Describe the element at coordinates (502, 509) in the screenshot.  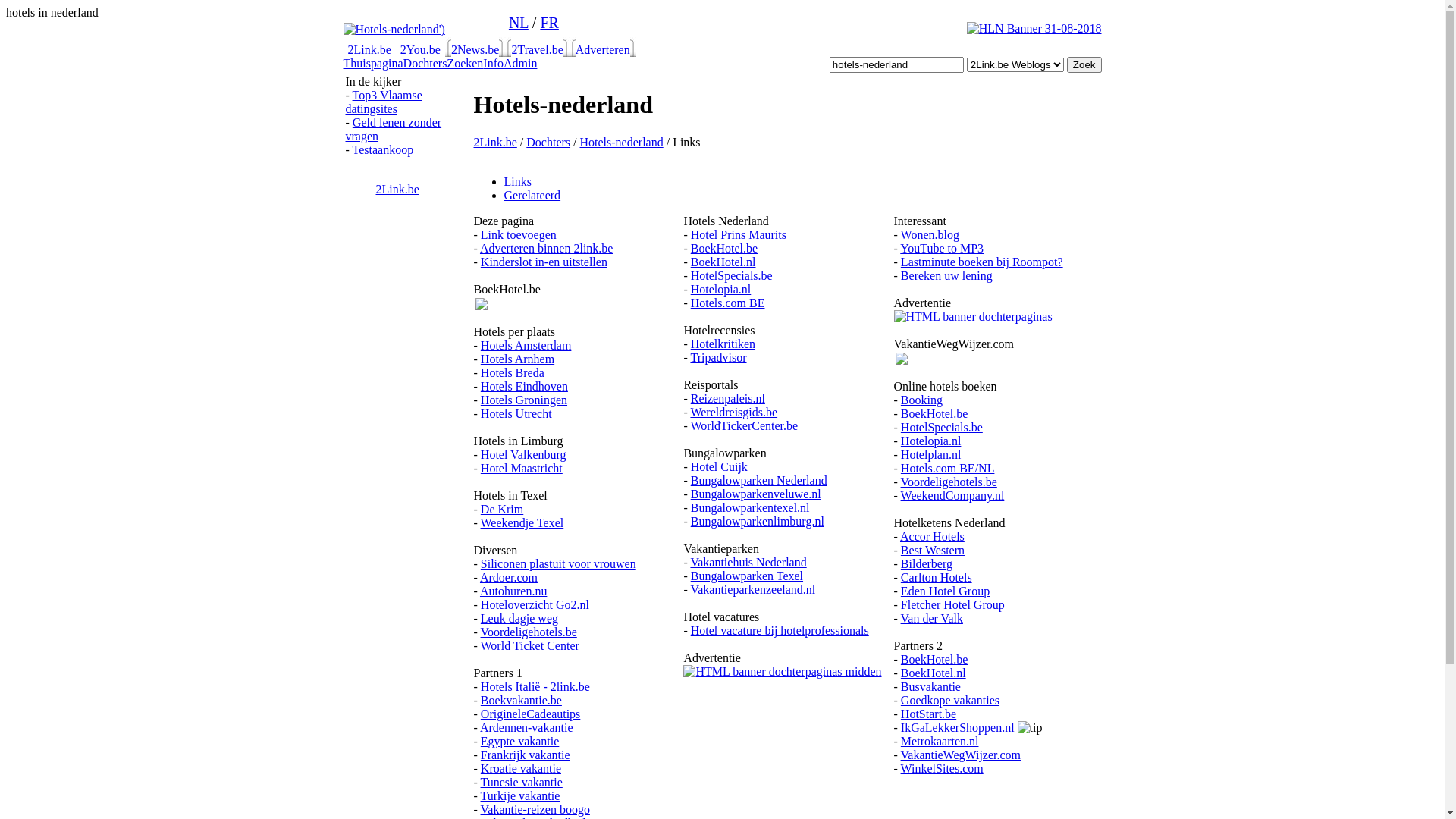
I see `'De Krim'` at that location.